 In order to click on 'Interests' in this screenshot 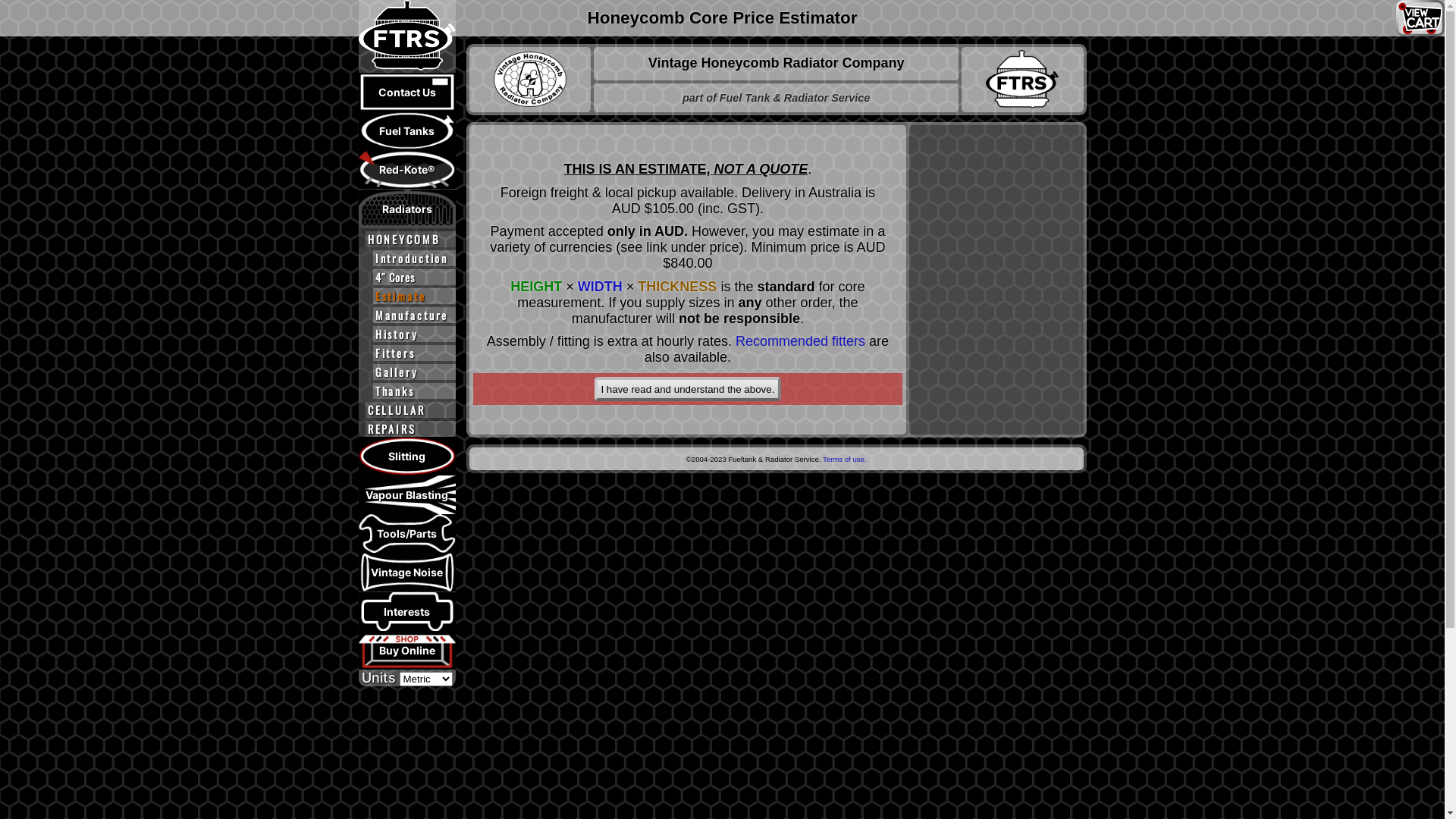, I will do `click(406, 610)`.